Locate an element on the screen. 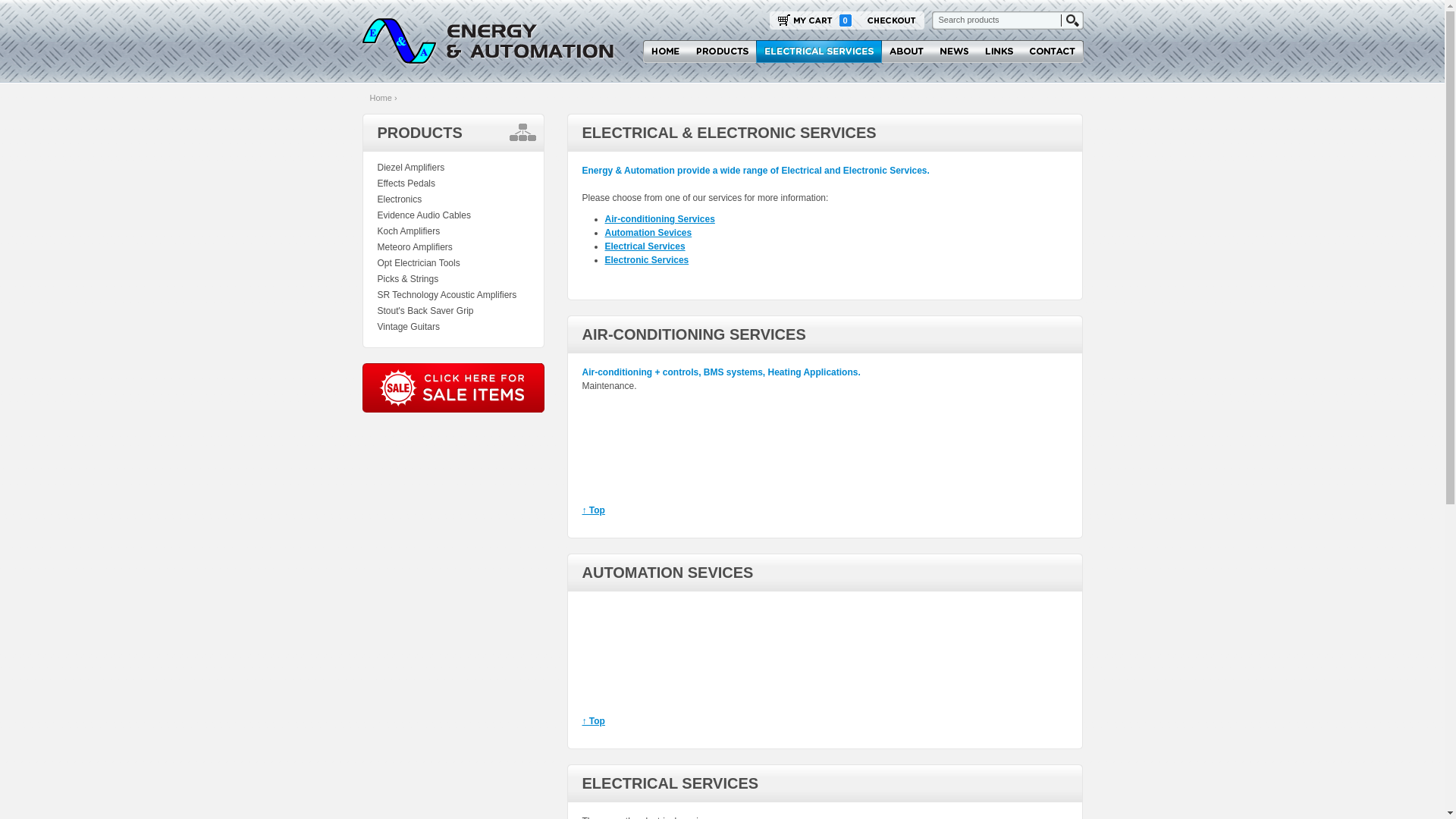 Image resolution: width=1456 pixels, height=819 pixels. 'Electronic Services' is located at coordinates (604, 259).